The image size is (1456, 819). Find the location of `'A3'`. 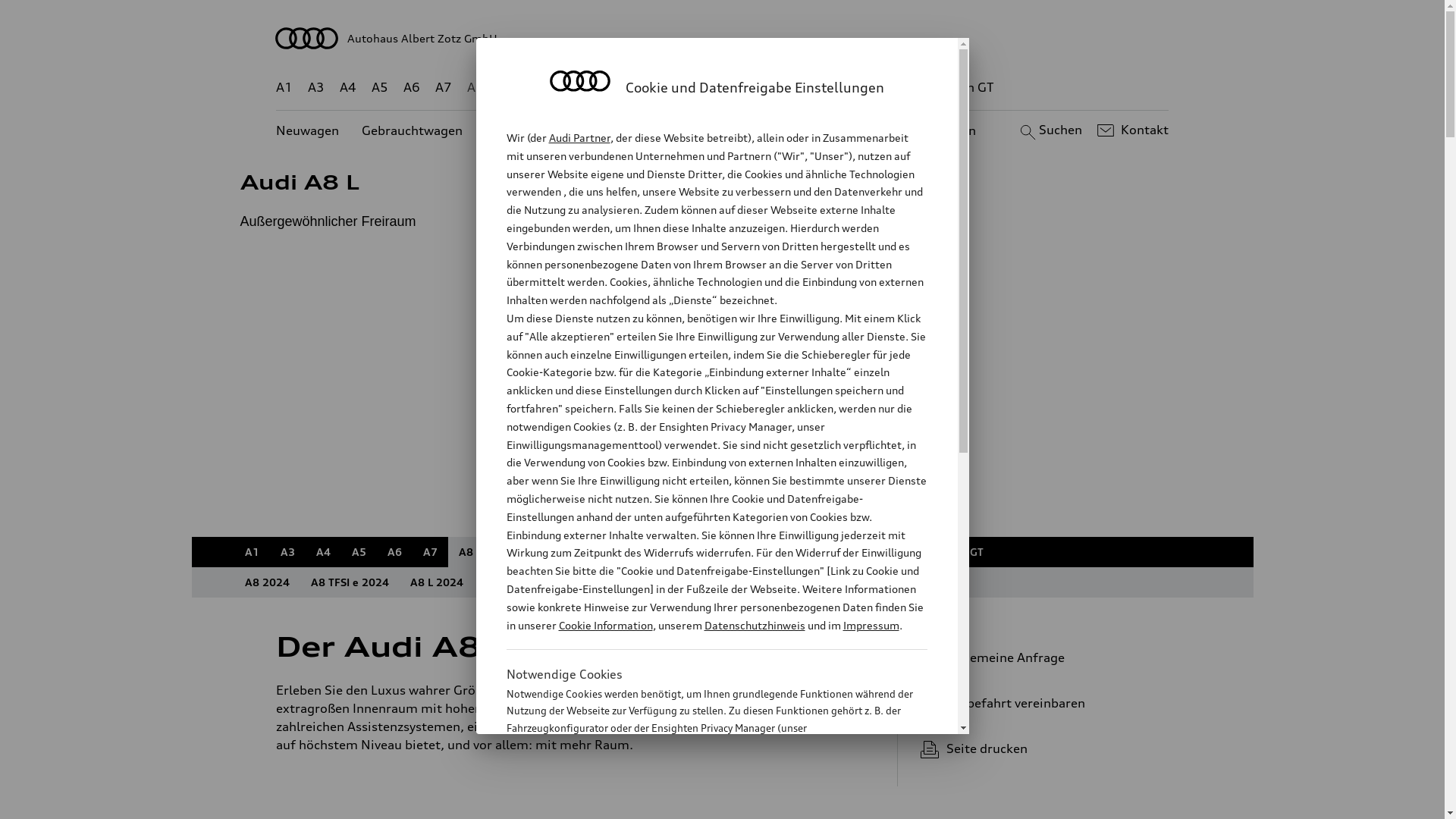

'A3' is located at coordinates (287, 552).